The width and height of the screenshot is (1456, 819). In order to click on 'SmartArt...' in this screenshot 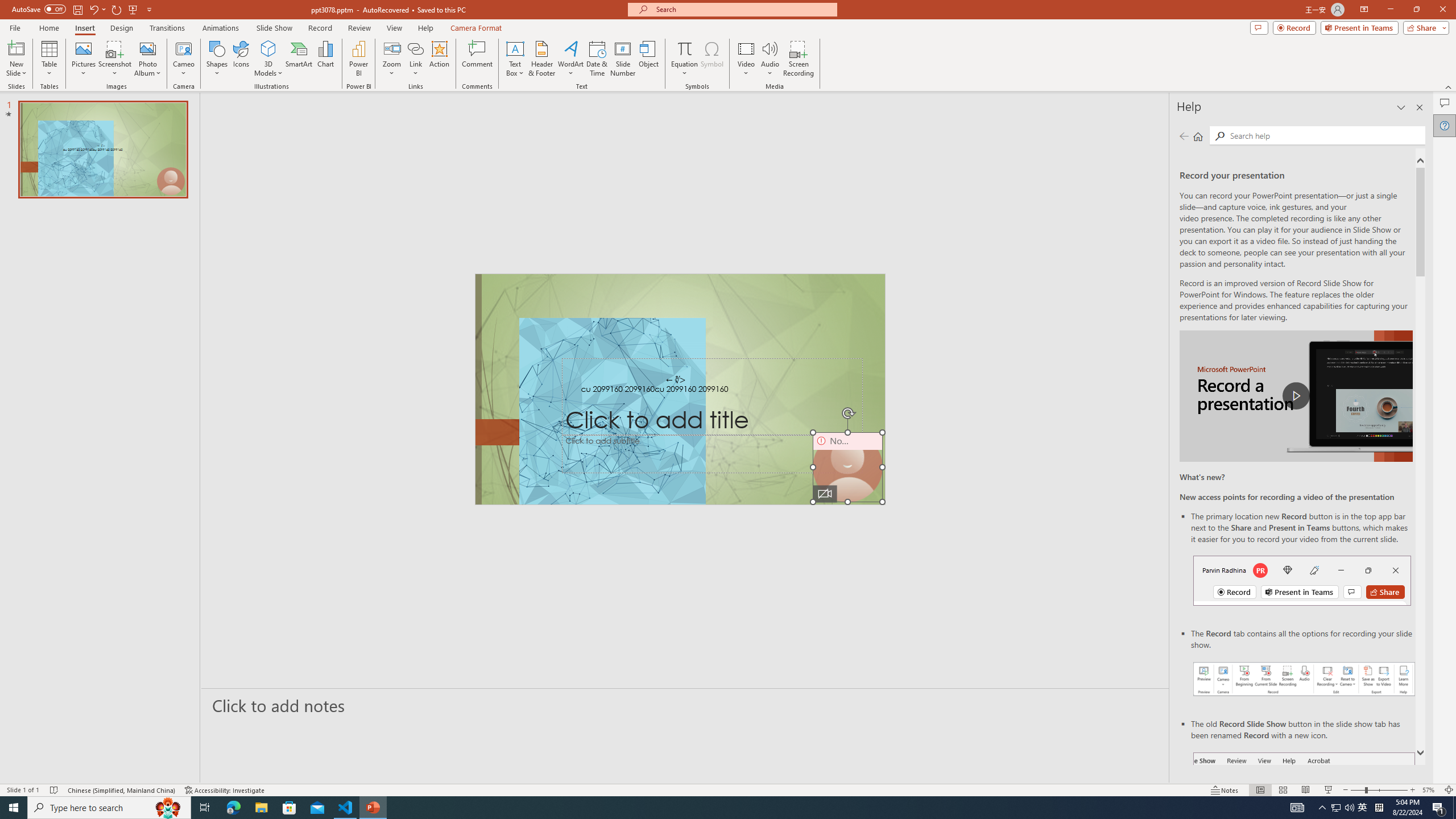, I will do `click(299, 59)`.